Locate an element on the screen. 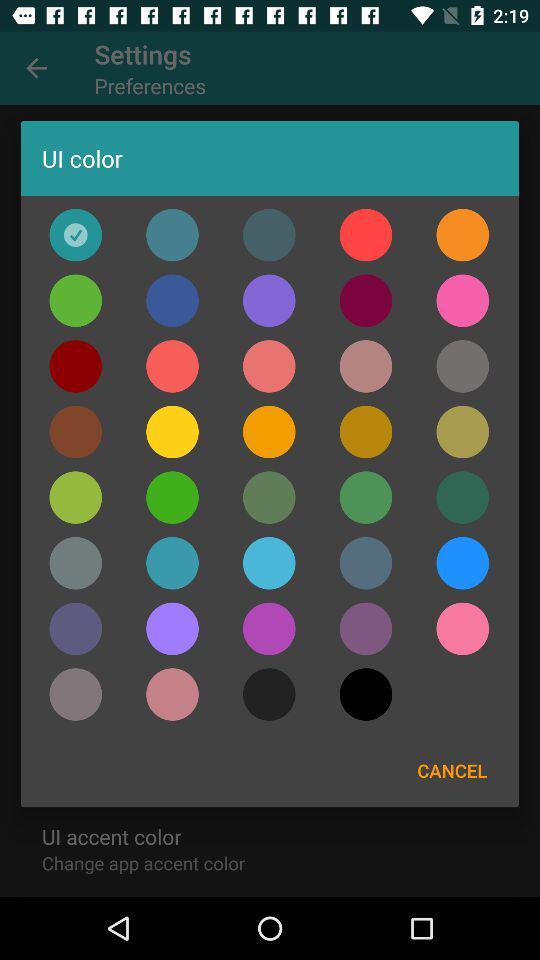 Image resolution: width=540 pixels, height=960 pixels. selects the color dark grey is located at coordinates (269, 694).